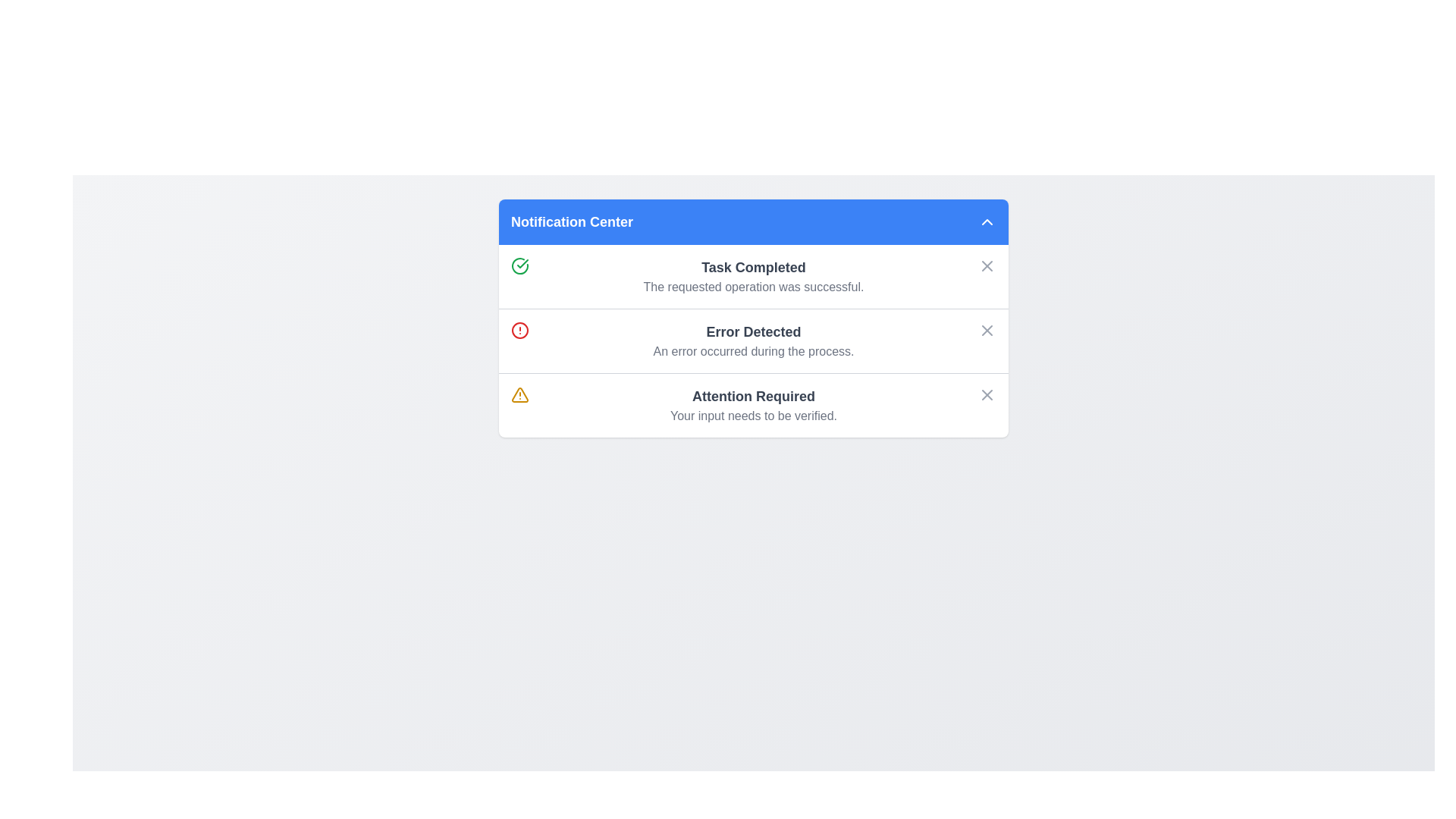 Image resolution: width=1456 pixels, height=819 pixels. What do you see at coordinates (753, 287) in the screenshot?
I see `the static text element displaying the message 'The requested operation was successful.' which is located below the 'Task Completed' heading in the notification display` at bounding box center [753, 287].